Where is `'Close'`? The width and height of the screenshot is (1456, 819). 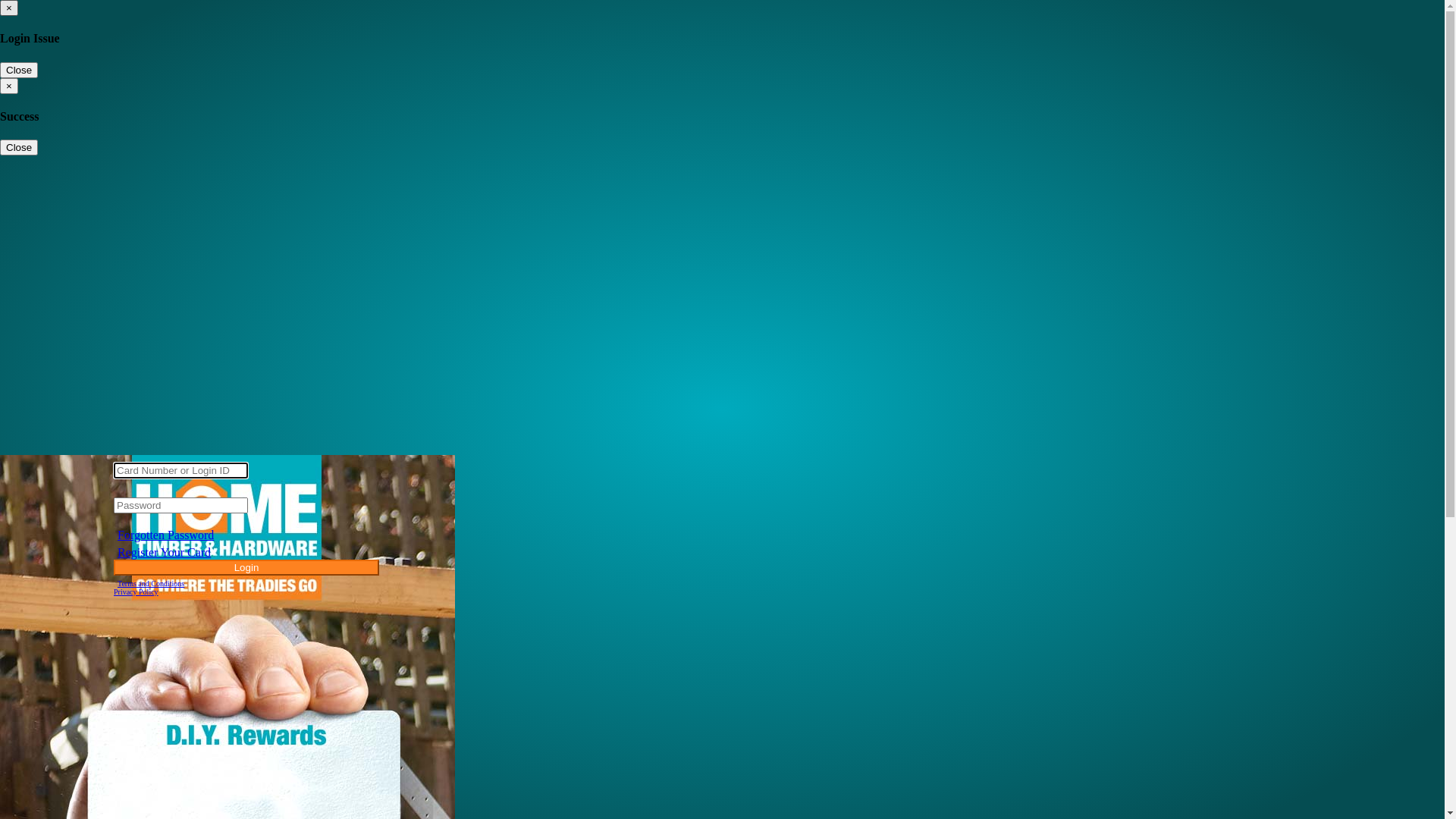 'Close' is located at coordinates (18, 147).